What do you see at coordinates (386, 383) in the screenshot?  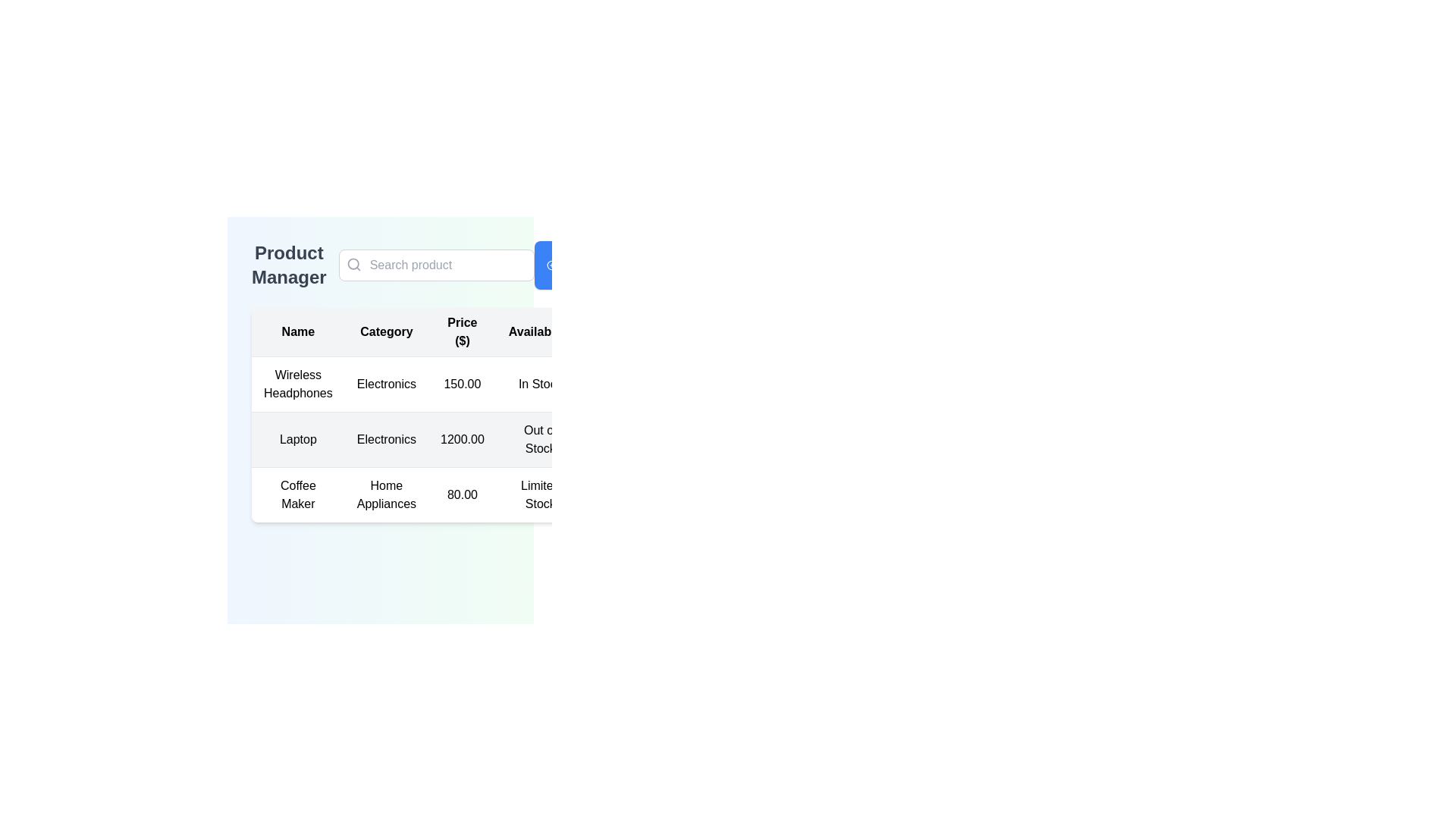 I see `the static text label displaying 'Electronics' located in the 'Category' column of the 'Wireless Headphones' row in the table layout` at bounding box center [386, 383].